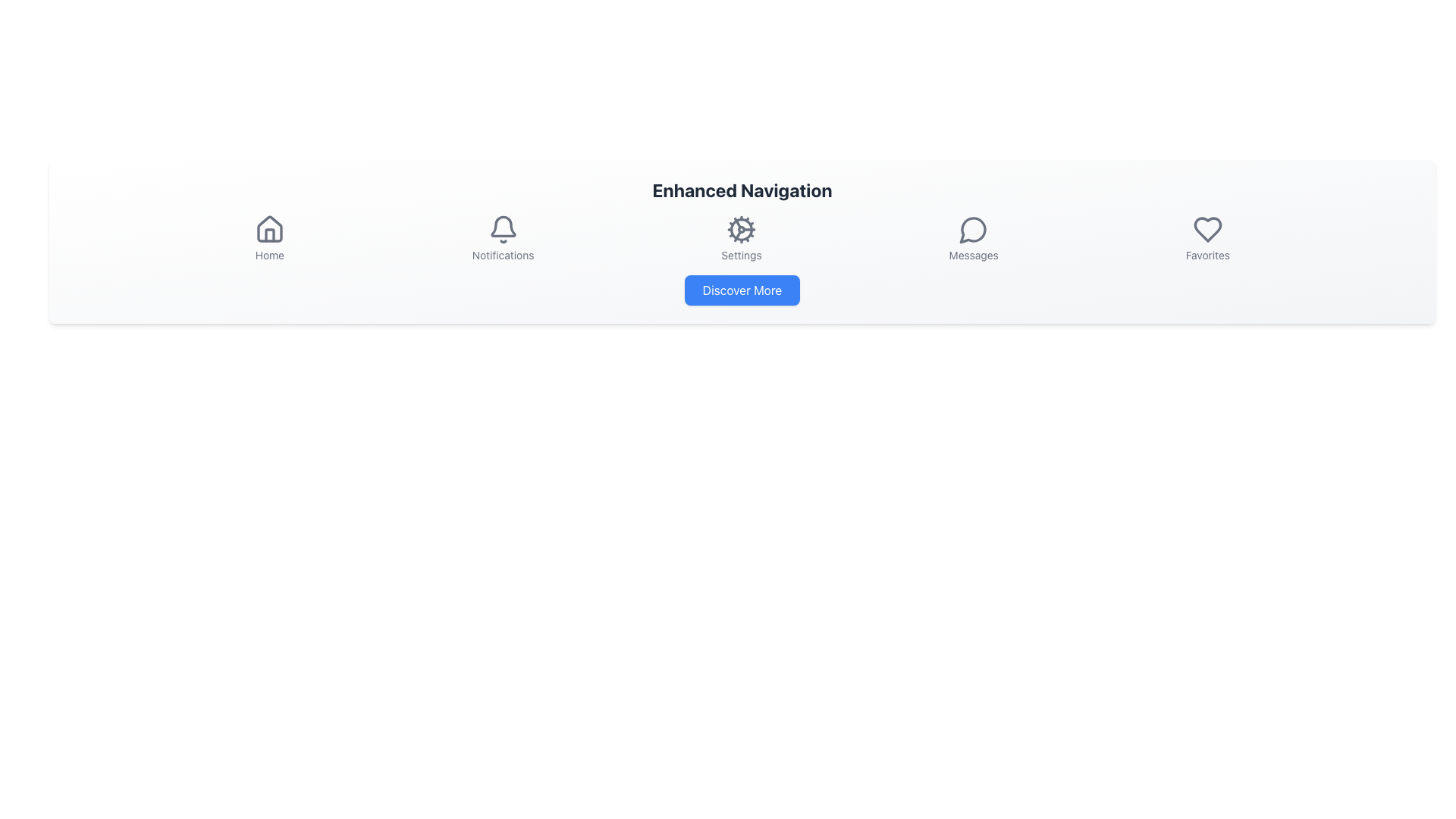 The height and width of the screenshot is (819, 1456). Describe the element at coordinates (503, 230) in the screenshot. I see `the notification bell icon located in the navigation bar, situated between the 'Home' and 'Settings' options, with the label 'Notifications' underneath` at that location.